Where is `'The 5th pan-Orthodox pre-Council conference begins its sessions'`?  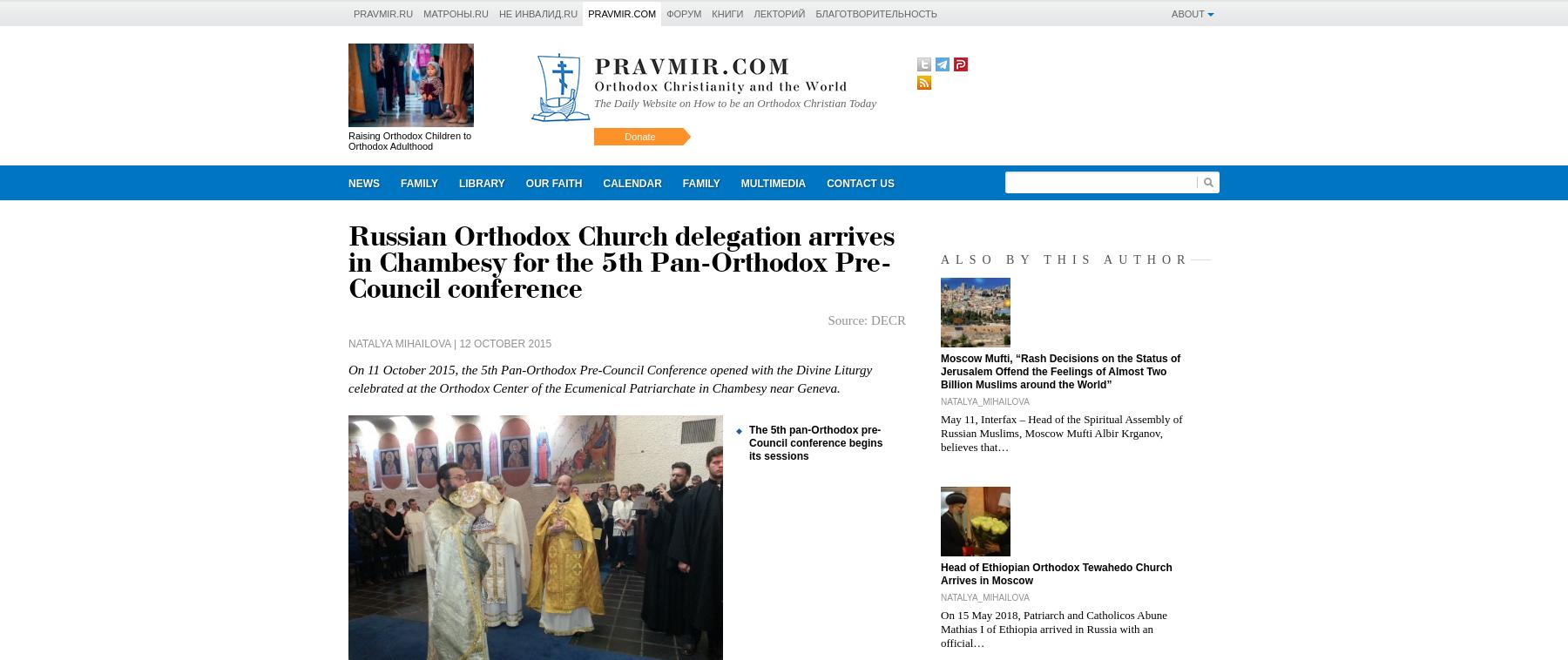 'The 5th pan-Orthodox pre-Council conference begins its sessions' is located at coordinates (814, 441).